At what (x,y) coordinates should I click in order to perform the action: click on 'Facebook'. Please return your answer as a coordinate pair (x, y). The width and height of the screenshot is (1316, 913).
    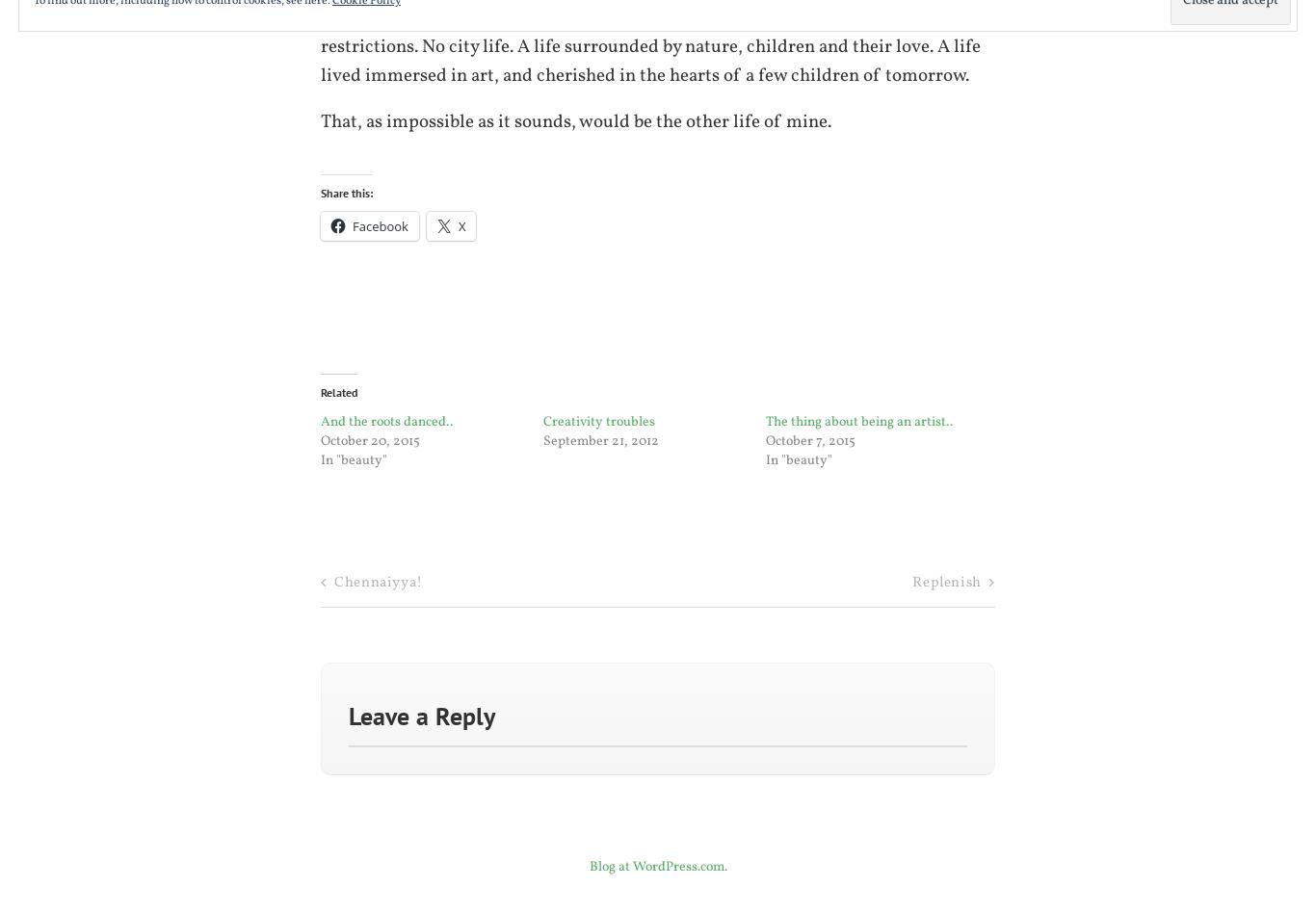
    Looking at the image, I should click on (379, 223).